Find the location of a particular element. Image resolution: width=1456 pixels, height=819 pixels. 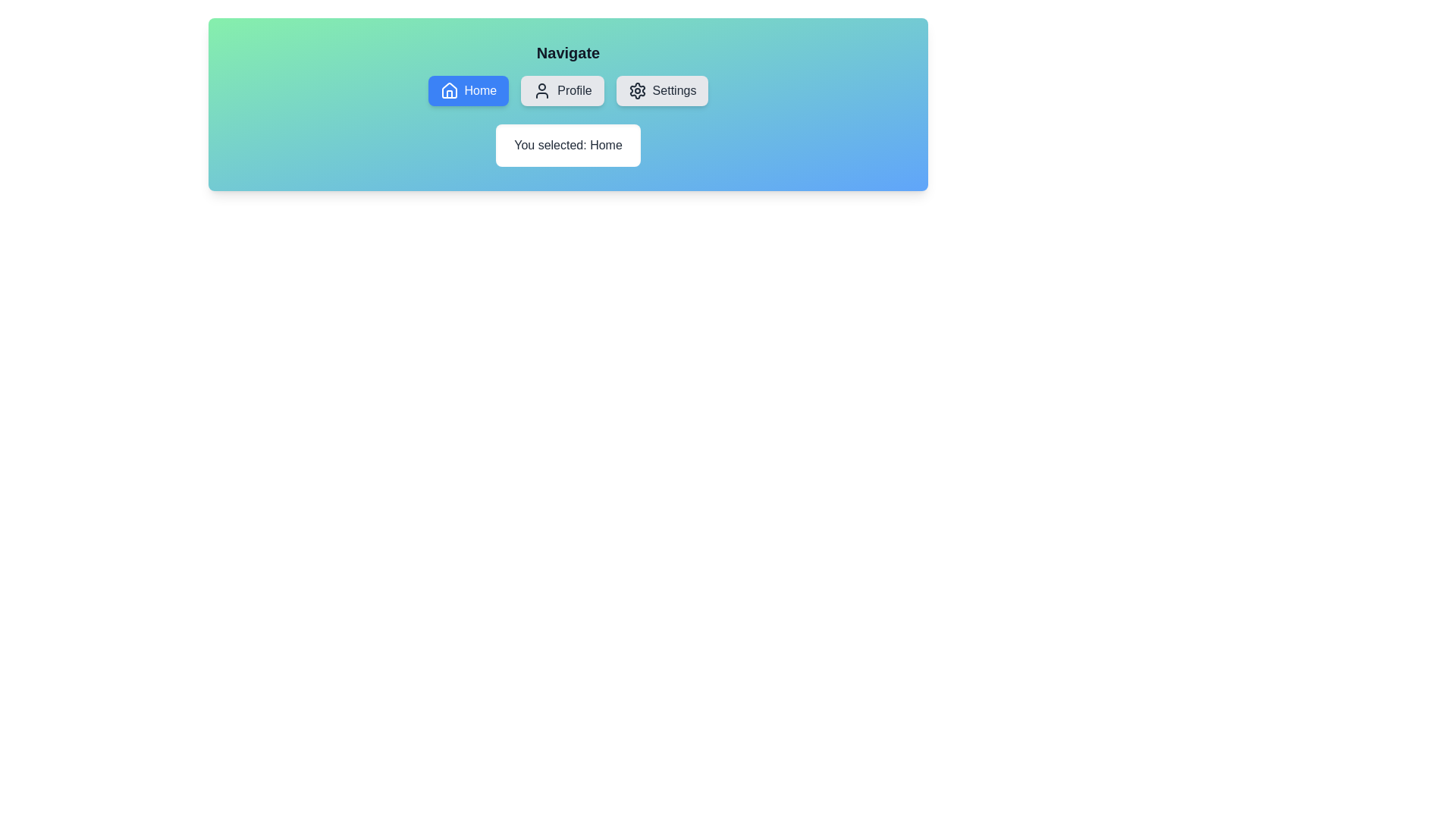

the Settings button to observe its visual feedback is located at coordinates (662, 90).